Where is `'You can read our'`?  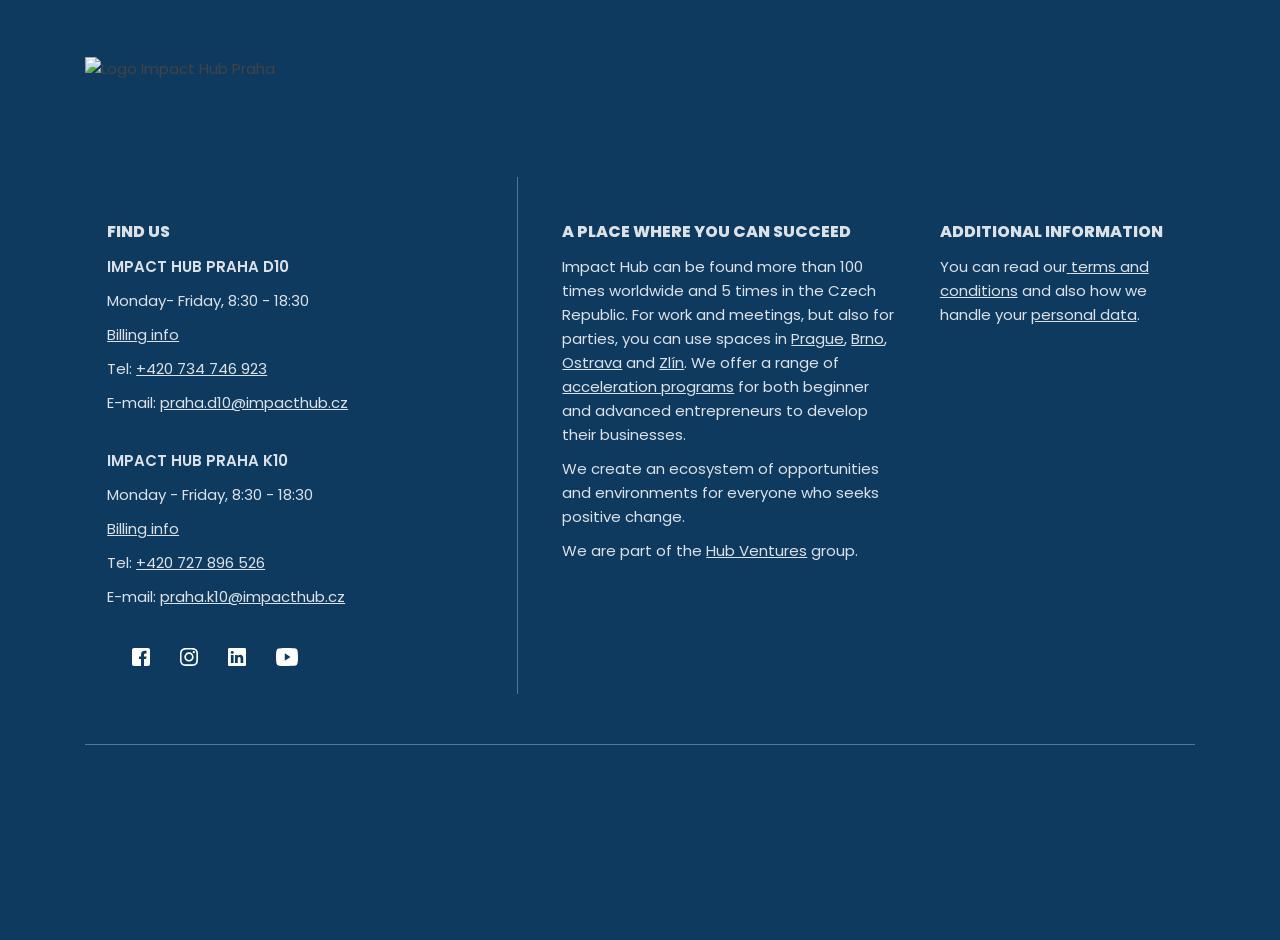
'You can read our' is located at coordinates (938, 266).